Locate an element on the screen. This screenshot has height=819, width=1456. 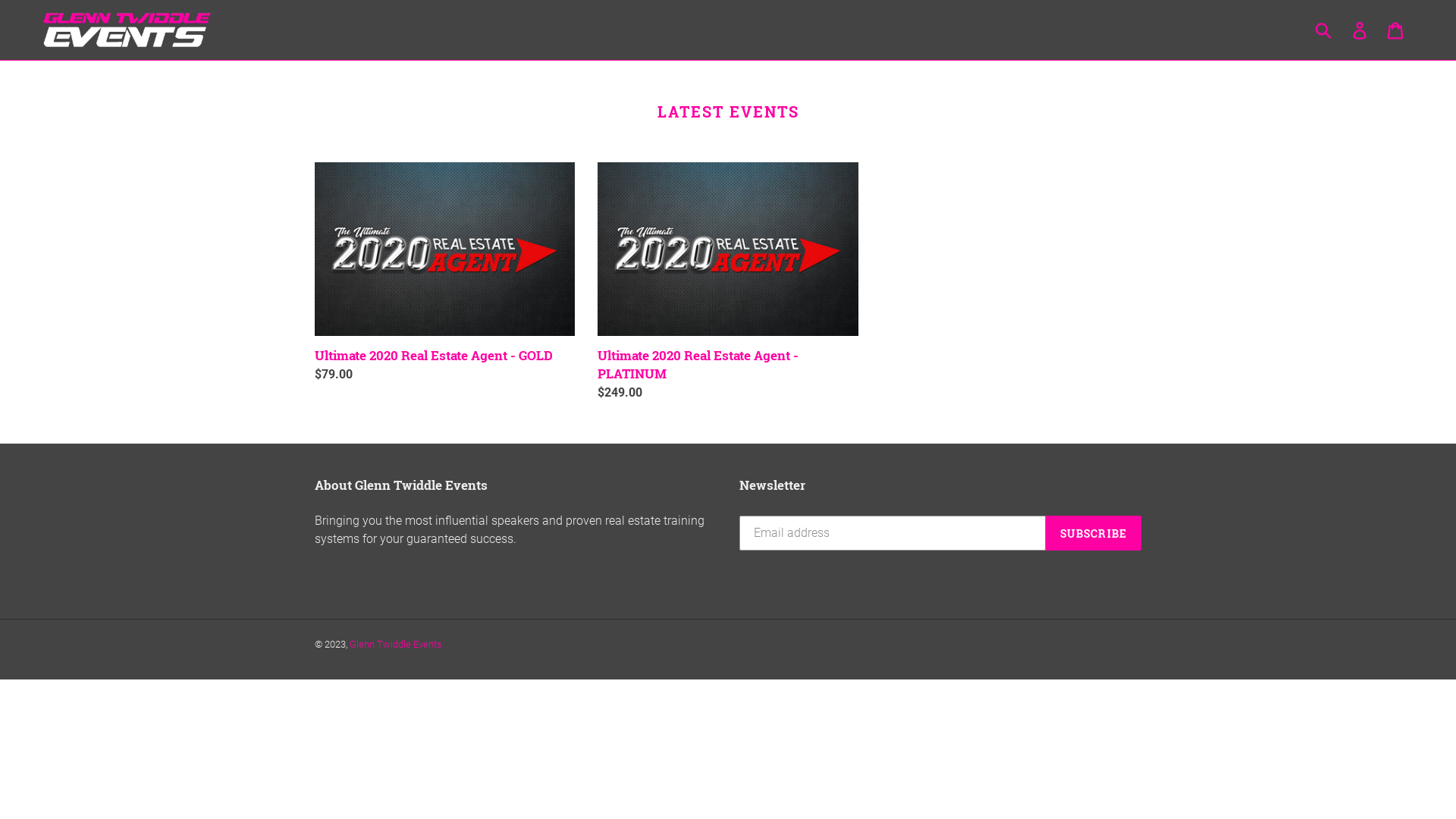
'SUBSCRIBE' is located at coordinates (1044, 532).